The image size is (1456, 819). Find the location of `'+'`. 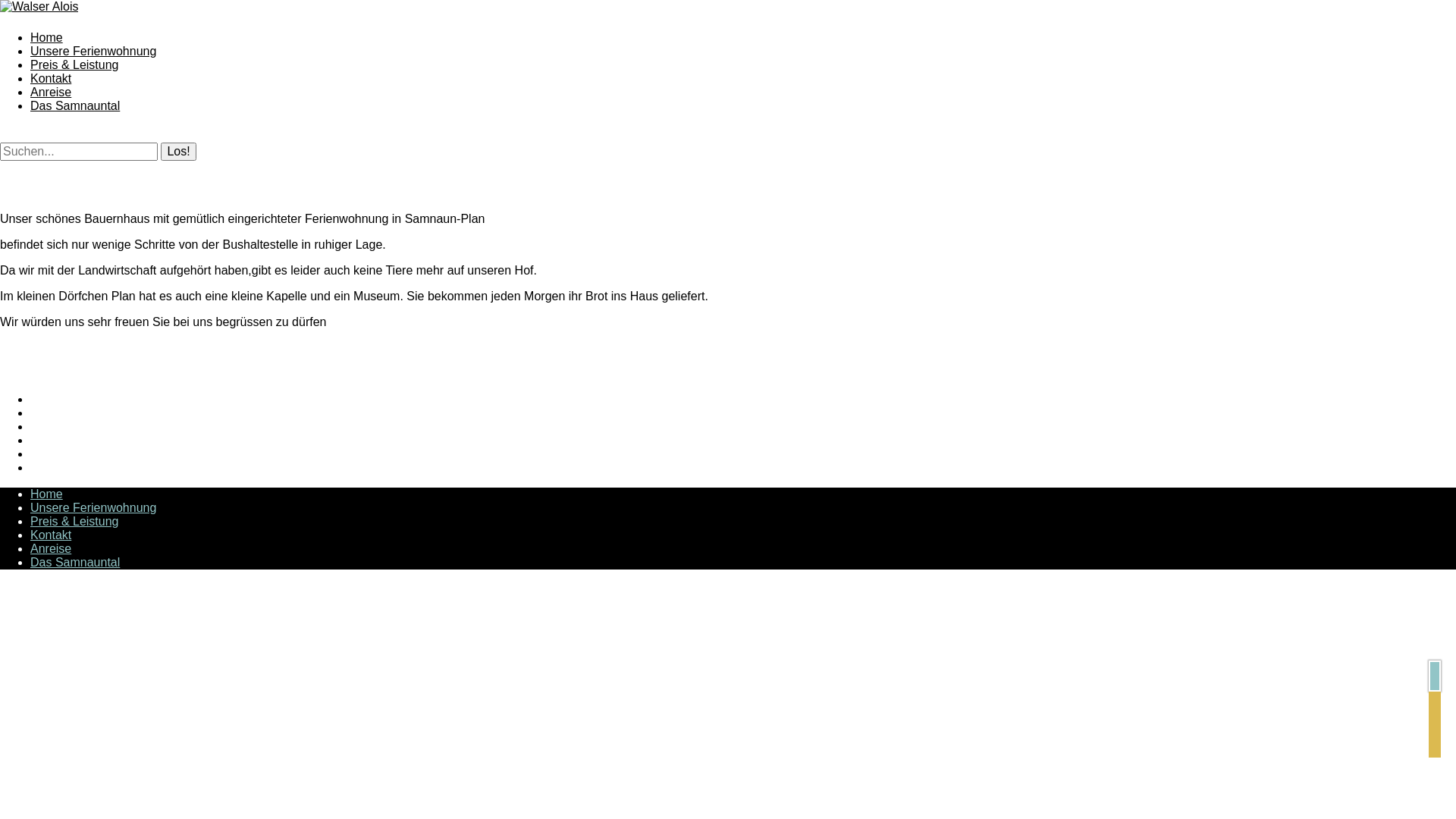

'+' is located at coordinates (1433, 675).